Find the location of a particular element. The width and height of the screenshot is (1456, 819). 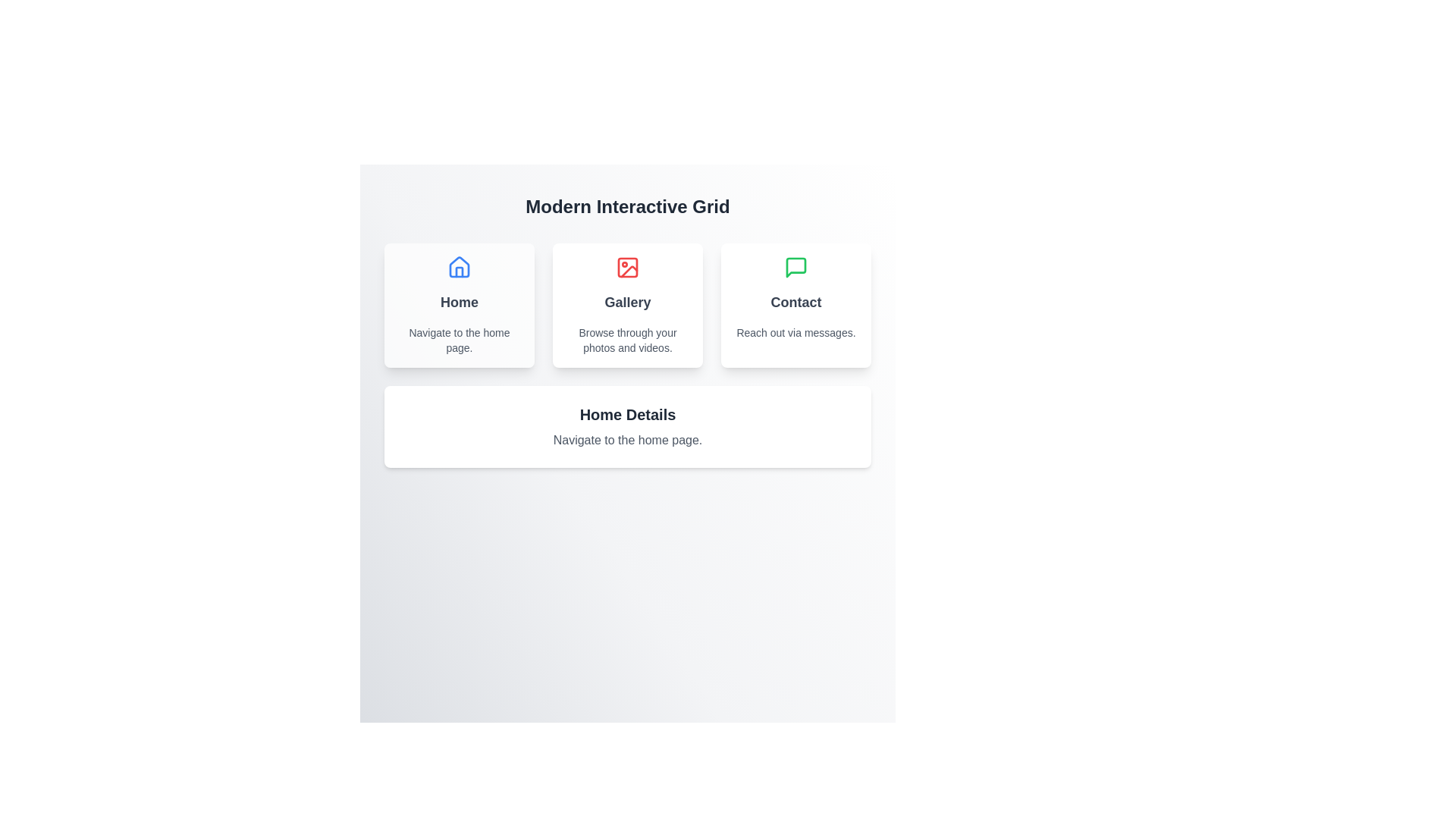

the 'Home' icon, which represents navigation to the homepage and is located in the middle of the 'Home' card at the top of the interface is located at coordinates (458, 267).